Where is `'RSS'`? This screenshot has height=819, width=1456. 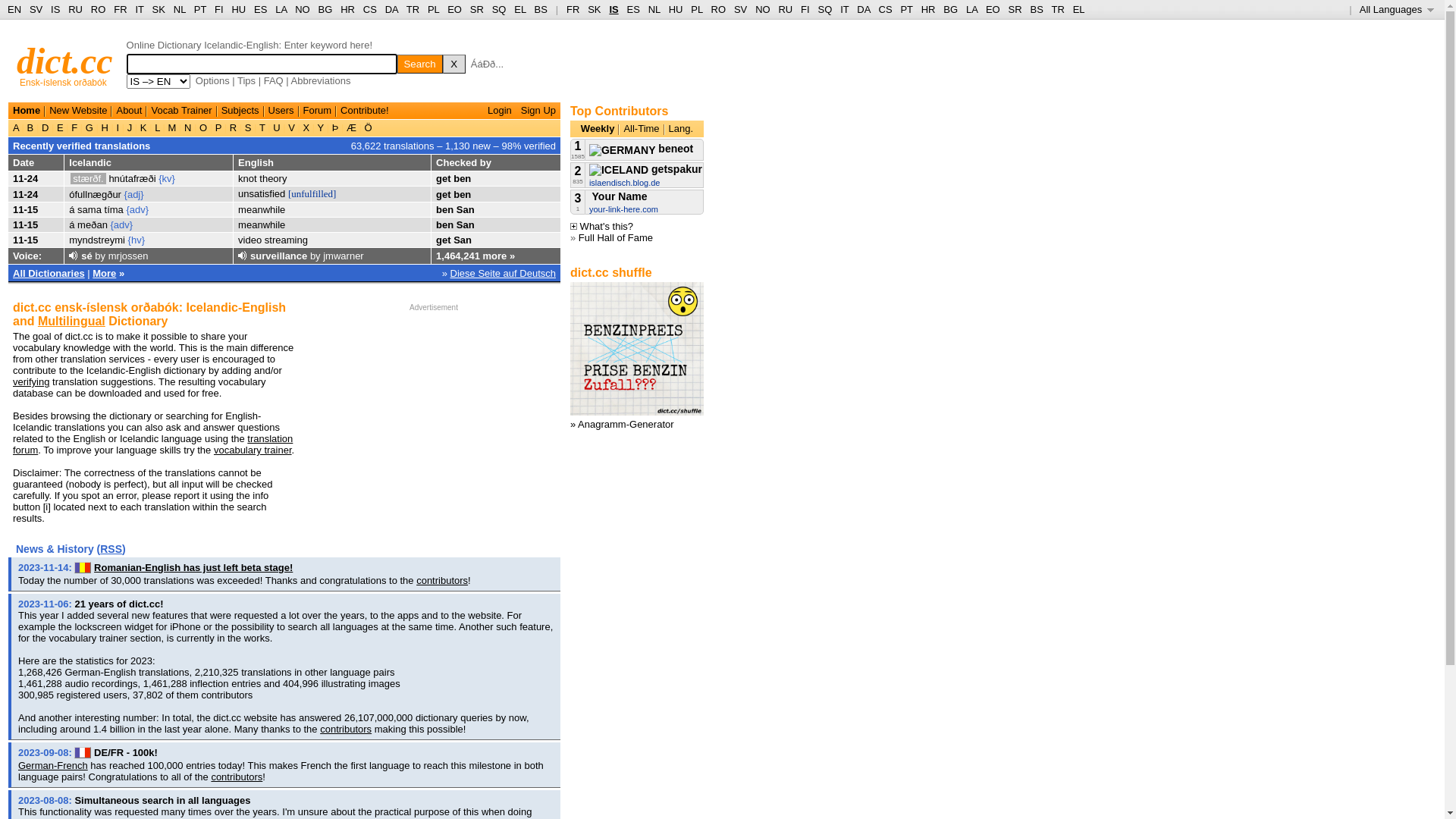
'RSS' is located at coordinates (110, 549).